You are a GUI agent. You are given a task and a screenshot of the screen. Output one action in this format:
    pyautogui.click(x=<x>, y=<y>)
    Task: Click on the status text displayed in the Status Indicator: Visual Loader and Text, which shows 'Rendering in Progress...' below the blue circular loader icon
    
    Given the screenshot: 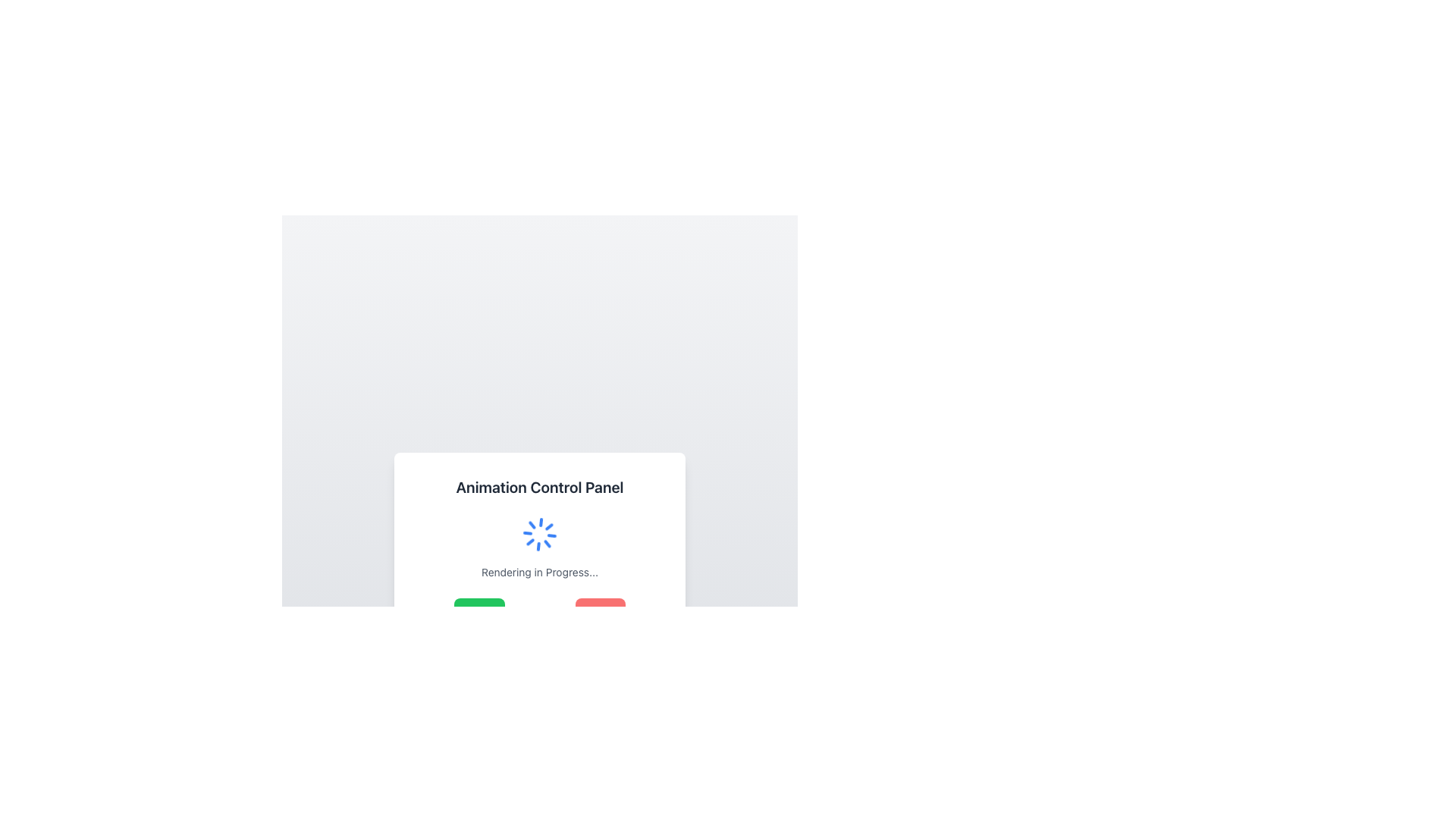 What is the action you would take?
    pyautogui.click(x=539, y=547)
    